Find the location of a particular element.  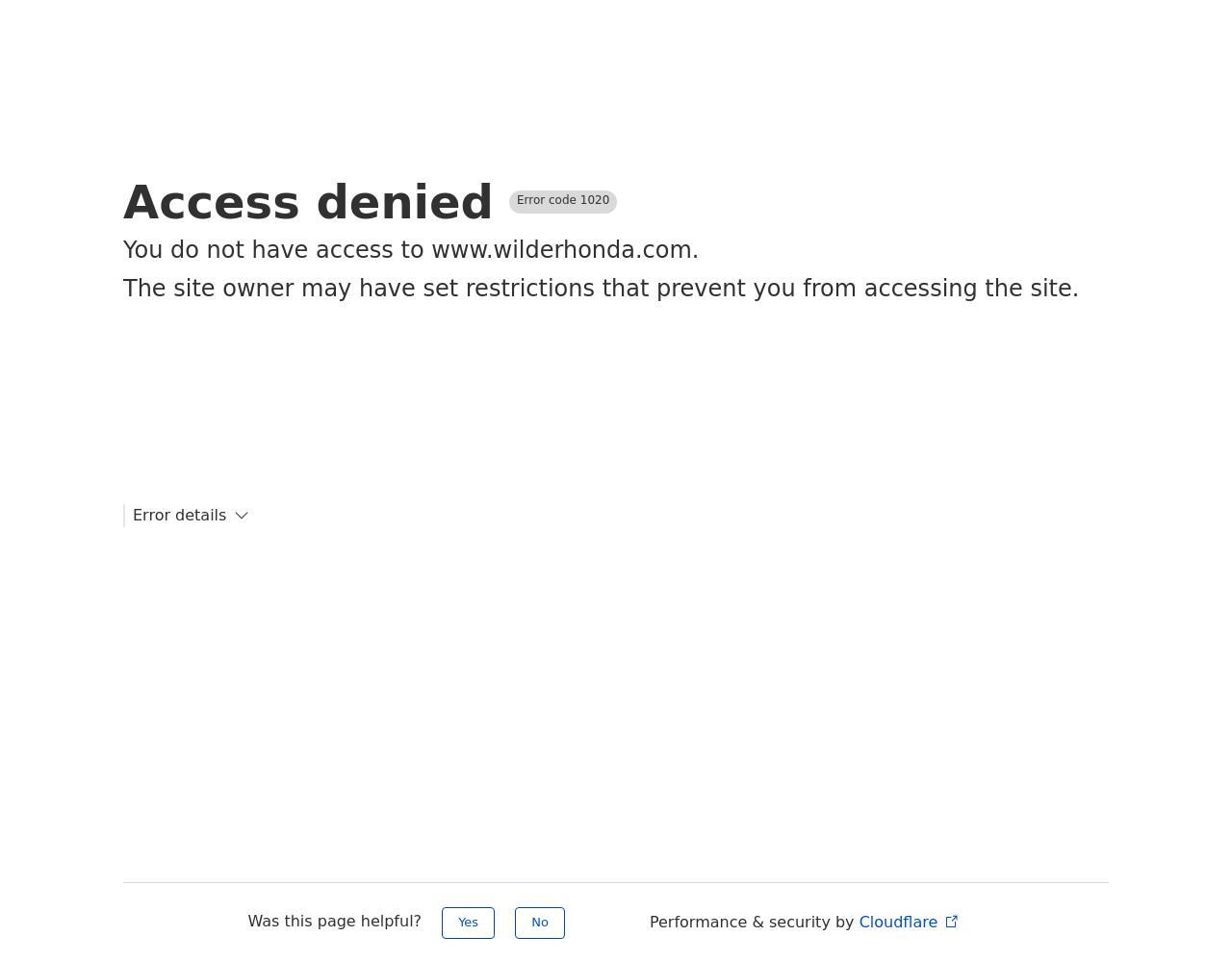

'Yes' is located at coordinates (468, 921).